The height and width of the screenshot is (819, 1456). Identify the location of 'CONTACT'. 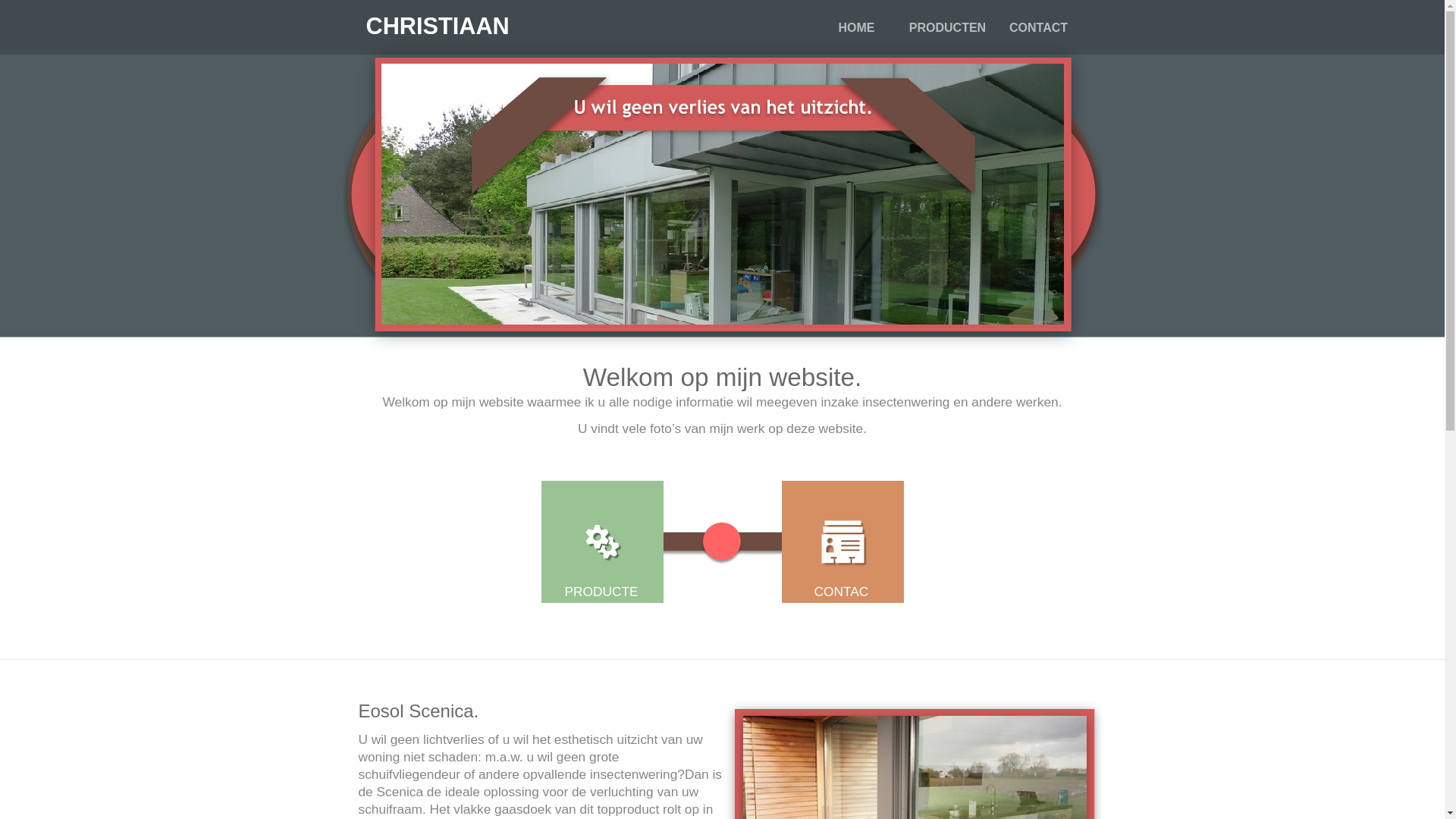
(993, 28).